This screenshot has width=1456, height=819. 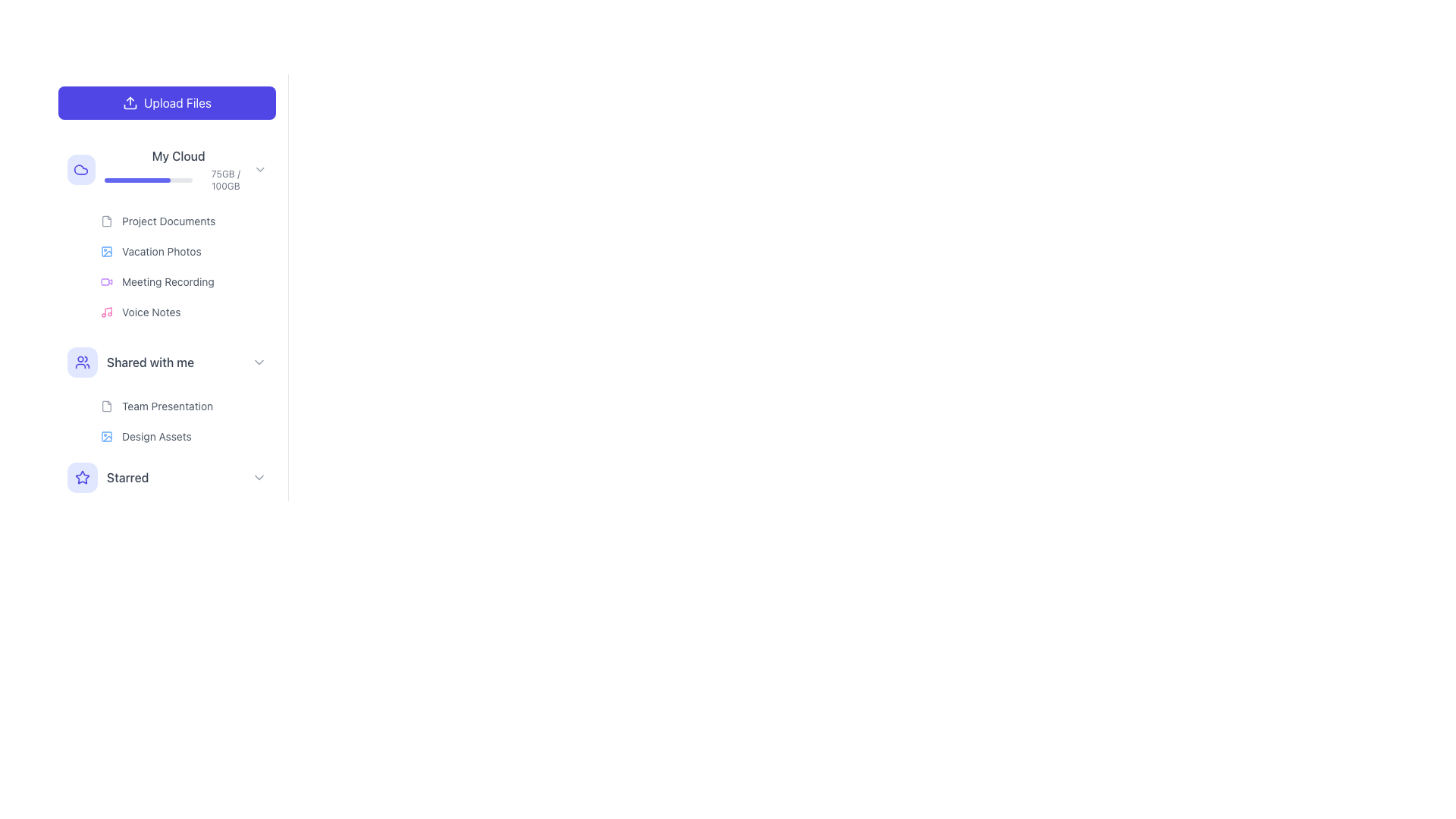 I want to click on the 'Team Presentation' file list item, which displays a document icon and a '15MB' label, located in the 'Shared with me' section, so click(x=184, y=406).